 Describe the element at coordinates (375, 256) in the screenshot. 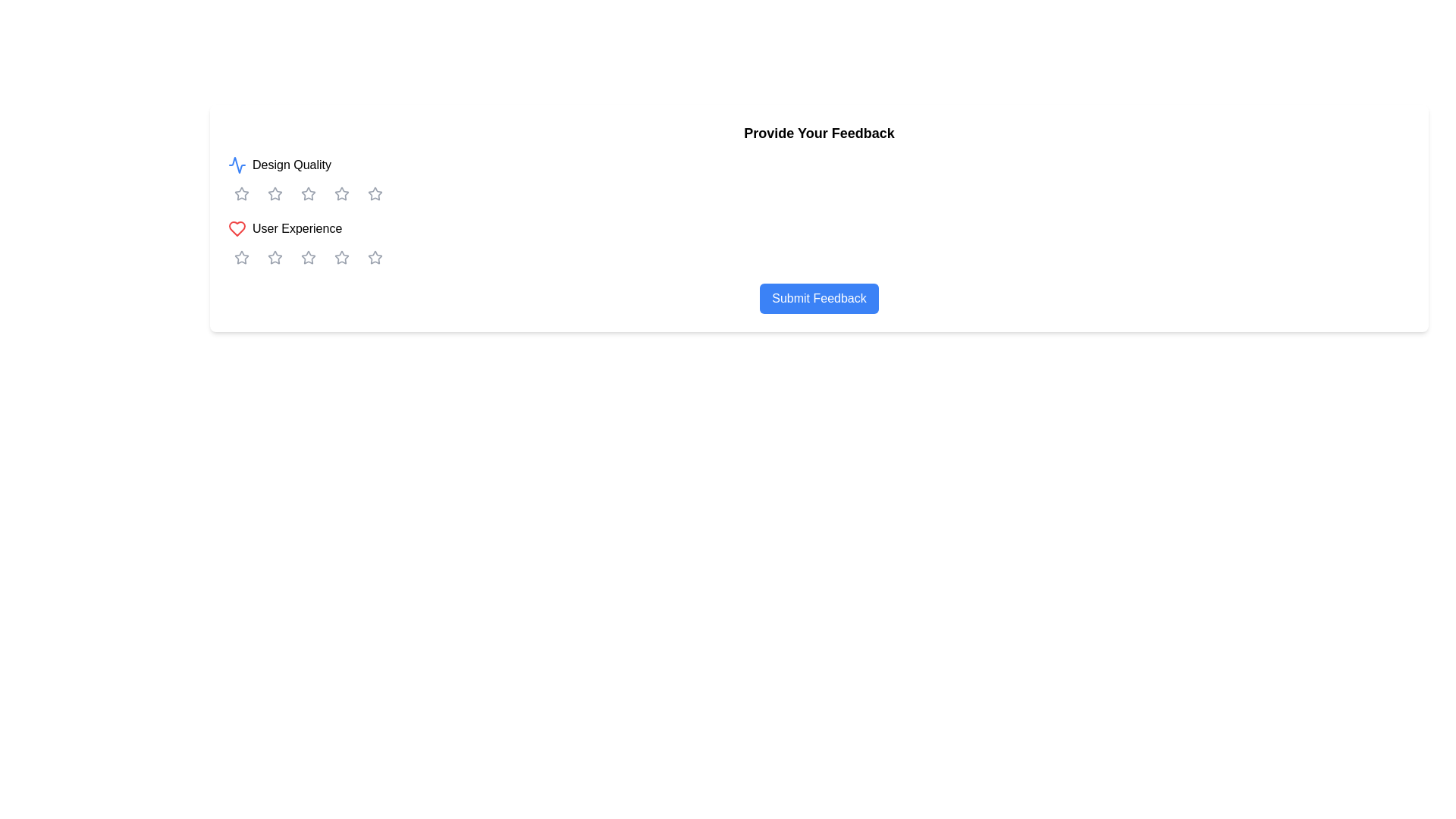

I see `the fifth interactive star icon used for rating` at that location.